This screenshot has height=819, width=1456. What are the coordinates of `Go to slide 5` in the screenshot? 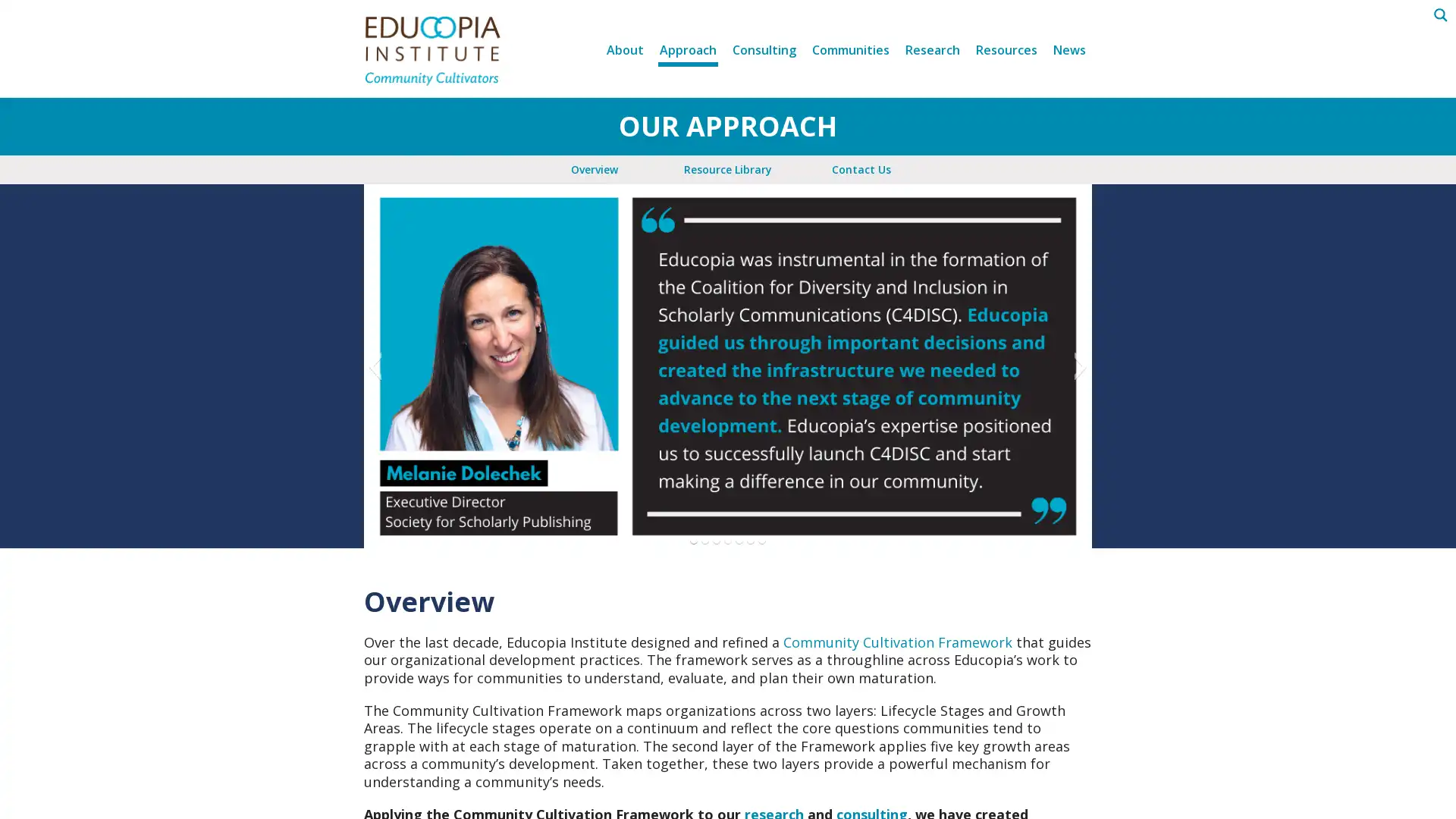 It's located at (739, 539).